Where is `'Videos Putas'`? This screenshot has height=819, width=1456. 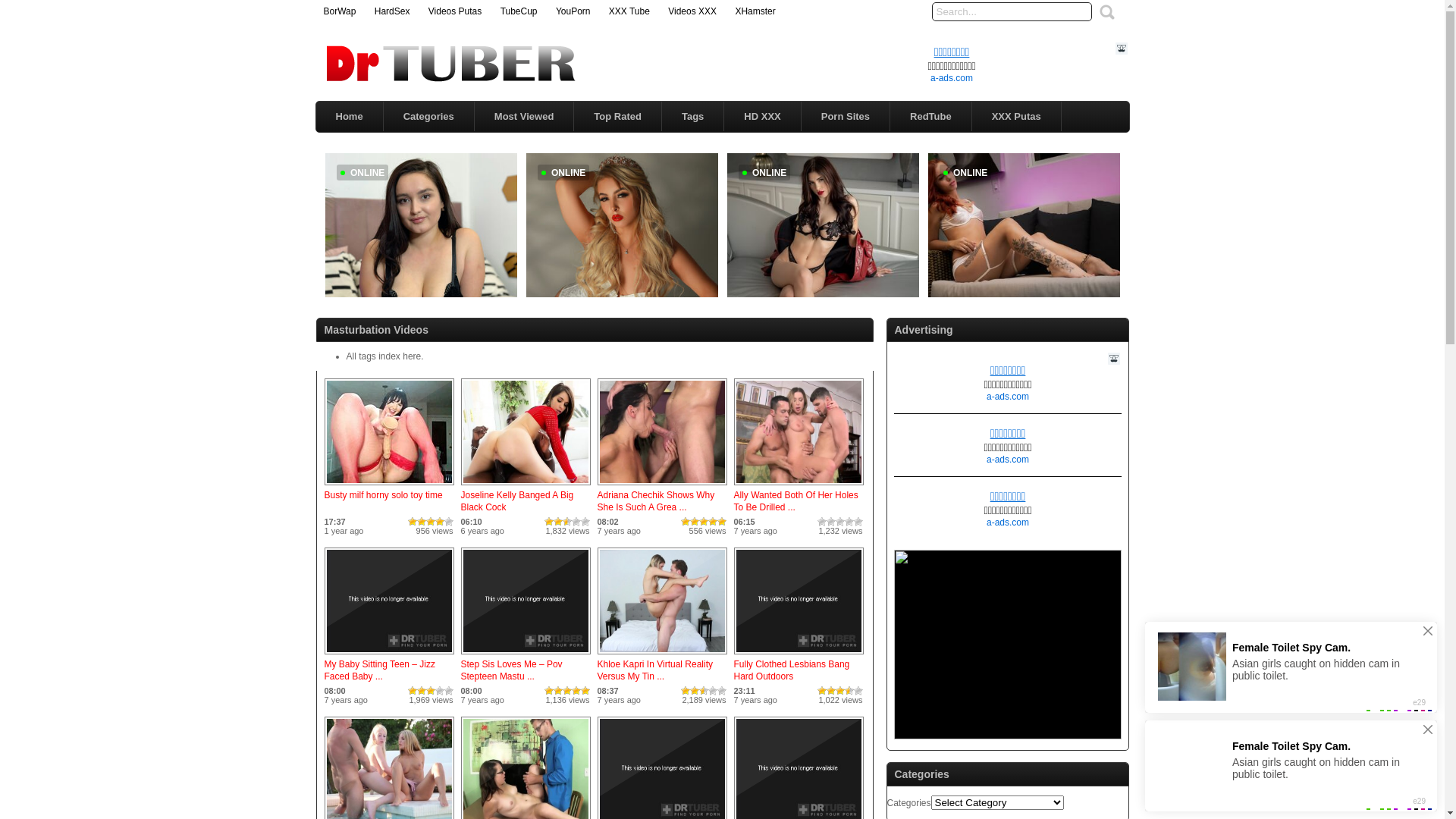
'Videos Putas' is located at coordinates (454, 11).